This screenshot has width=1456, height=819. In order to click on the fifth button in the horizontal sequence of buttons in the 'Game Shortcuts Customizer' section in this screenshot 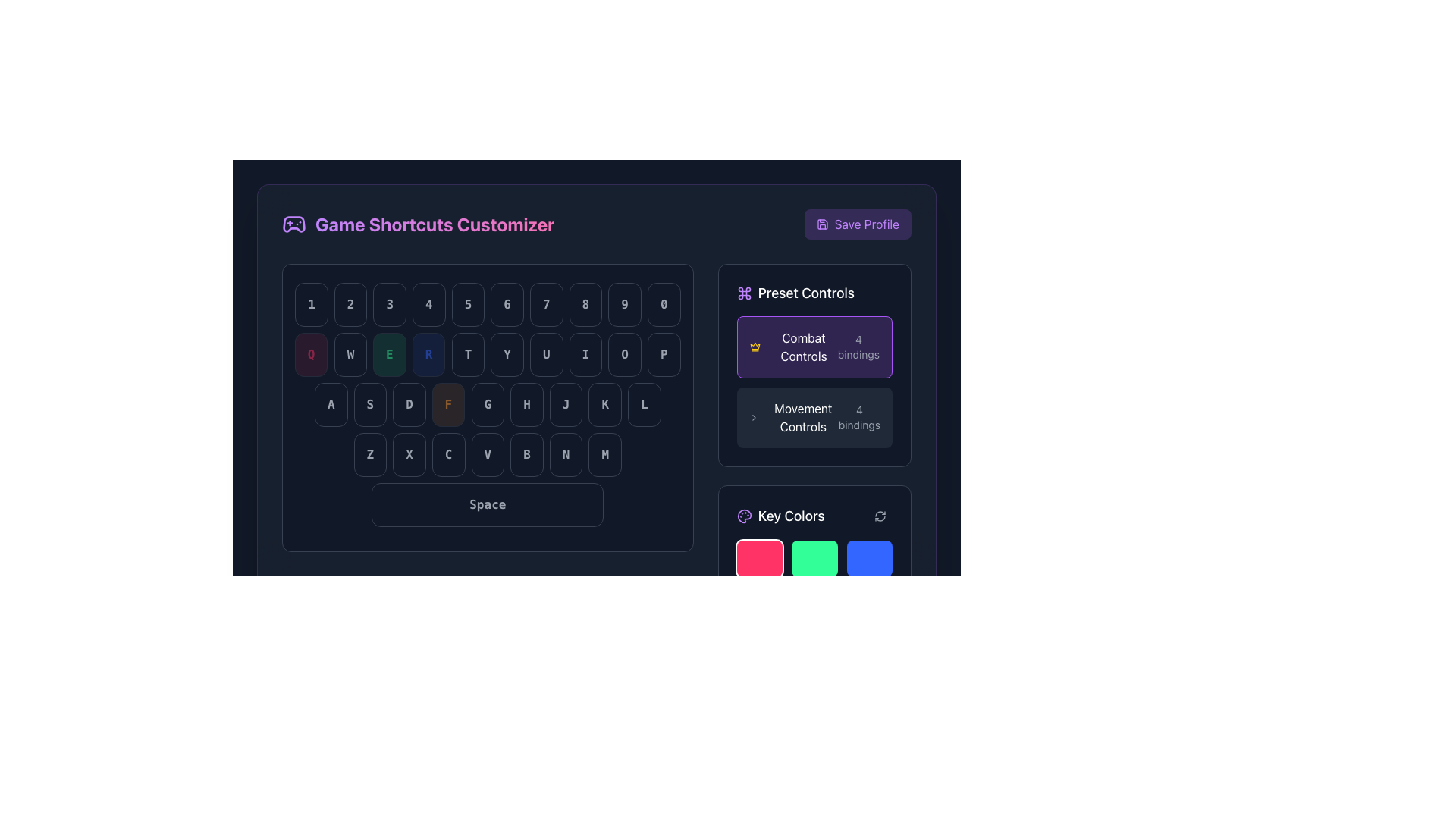, I will do `click(467, 304)`.